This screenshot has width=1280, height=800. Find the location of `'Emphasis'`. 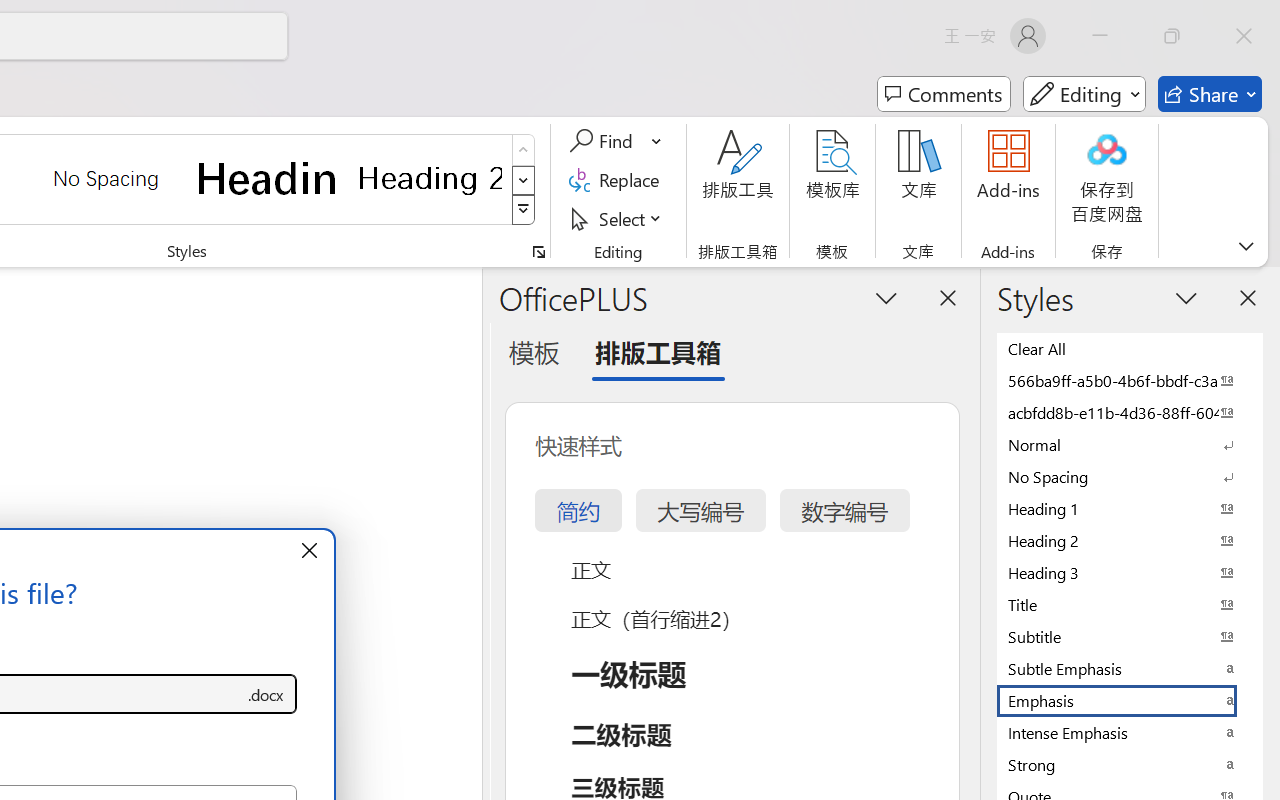

'Emphasis' is located at coordinates (1130, 700).